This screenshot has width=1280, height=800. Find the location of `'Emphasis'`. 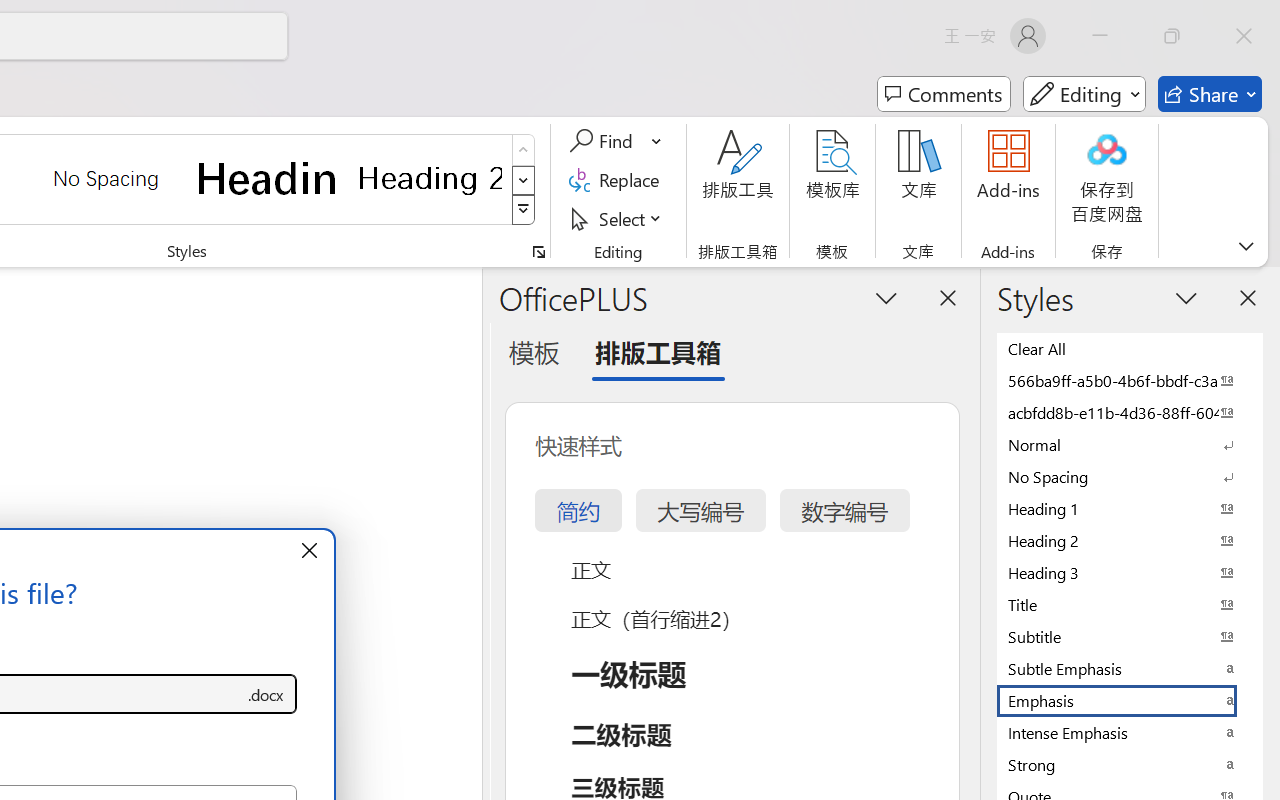

'Emphasis' is located at coordinates (1130, 700).